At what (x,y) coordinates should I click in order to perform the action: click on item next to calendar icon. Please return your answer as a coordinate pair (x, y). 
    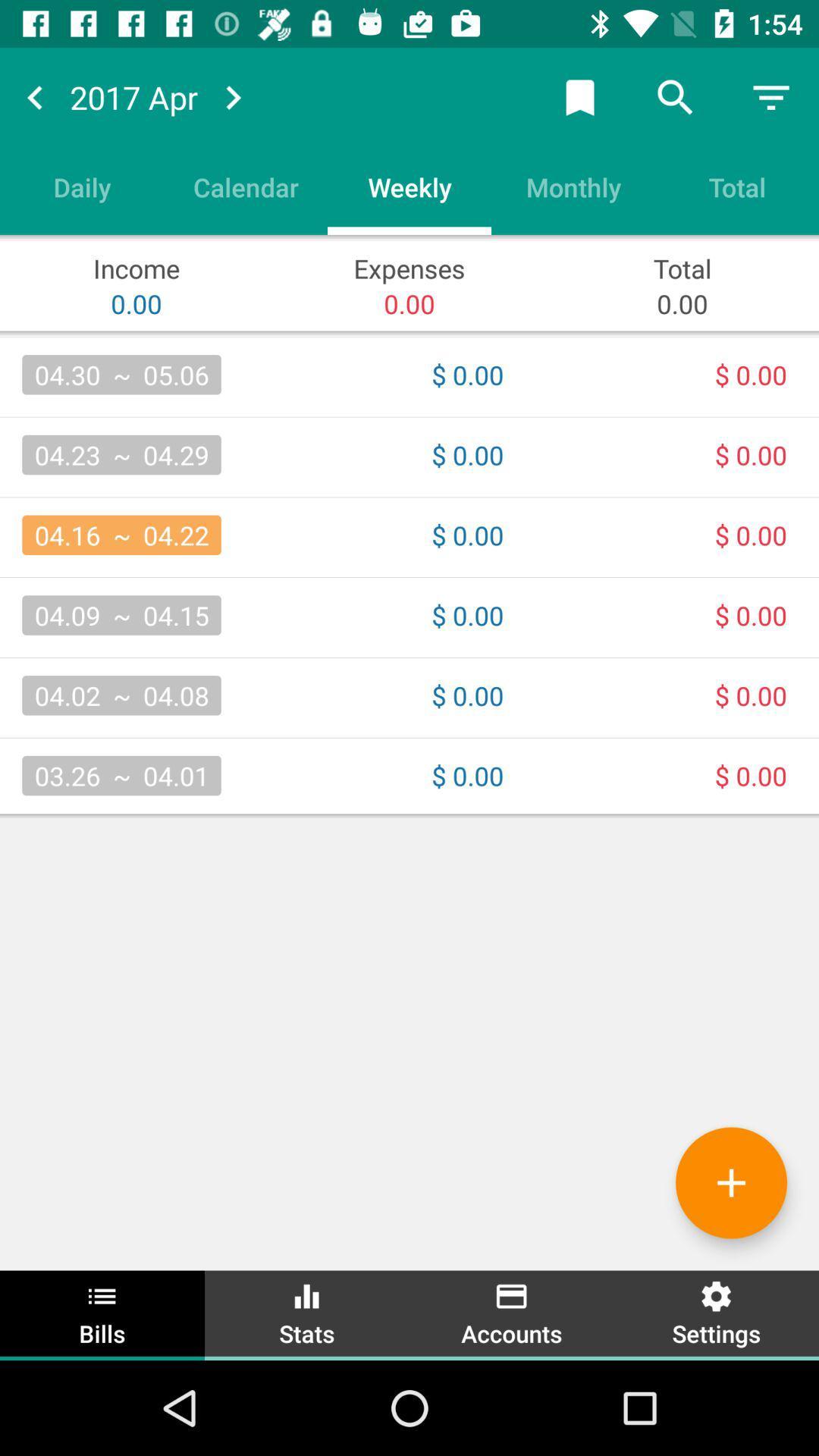
    Looking at the image, I should click on (409, 186).